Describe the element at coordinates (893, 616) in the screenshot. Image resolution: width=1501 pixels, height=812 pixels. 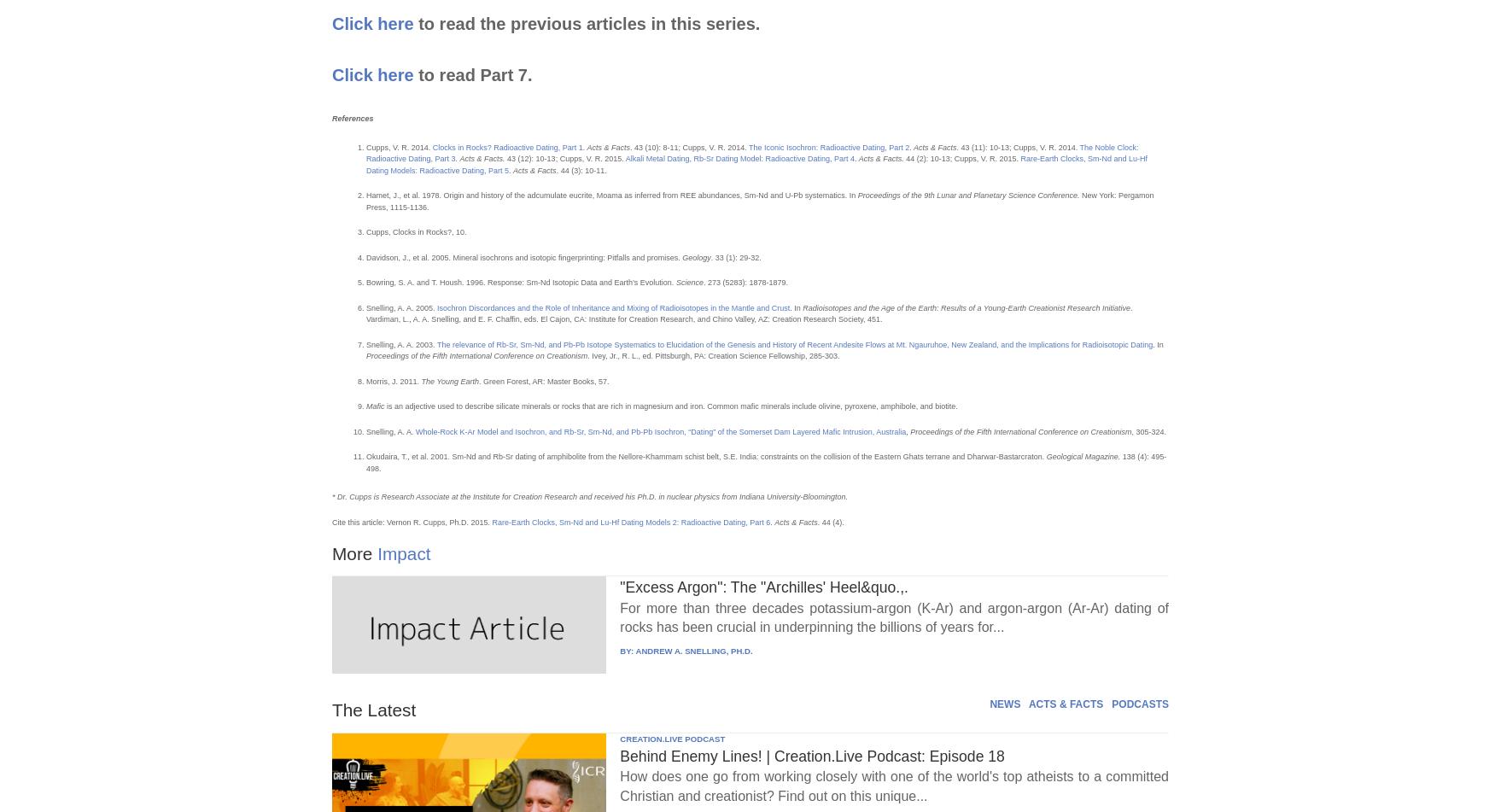
I see `'For more than three decades potassium-argon (K-Ar) and argon-argon (Ar-Ar) dating of rocks has been crucial in underpinning the billions of years for...'` at that location.